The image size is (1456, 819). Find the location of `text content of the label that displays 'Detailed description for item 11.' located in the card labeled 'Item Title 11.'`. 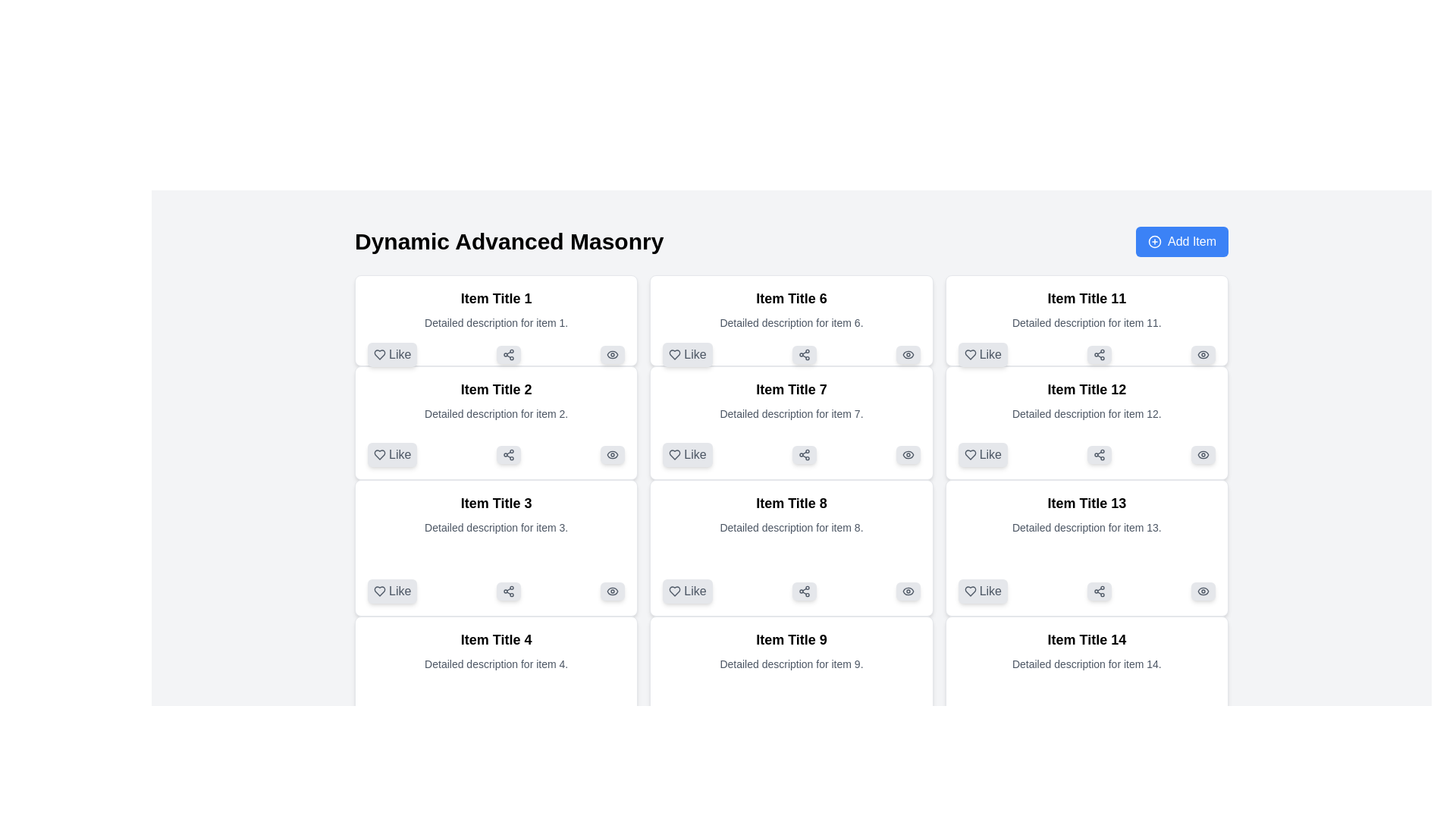

text content of the label that displays 'Detailed description for item 11.' located in the card labeled 'Item Title 11.' is located at coordinates (1086, 322).